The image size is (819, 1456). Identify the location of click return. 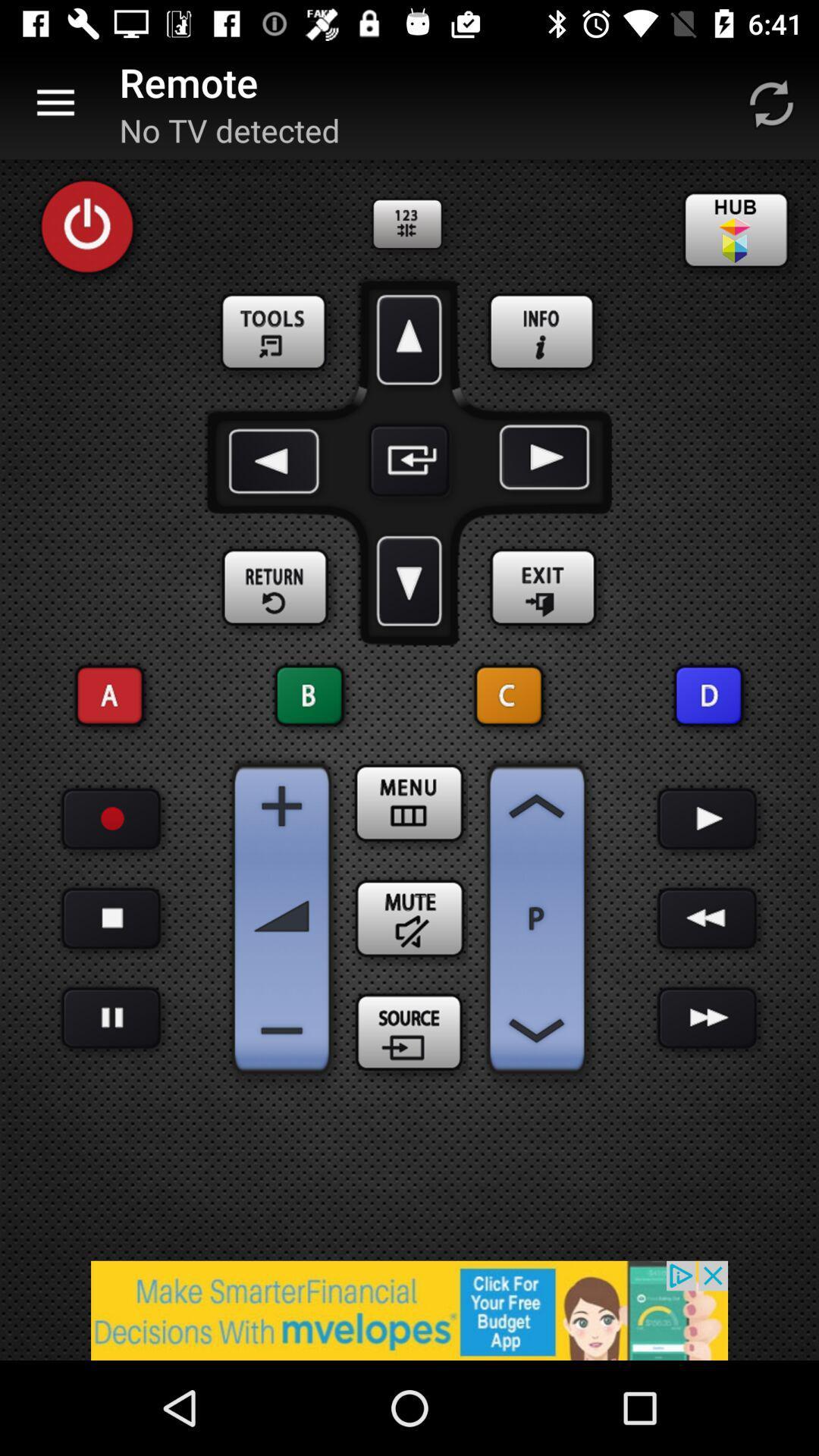
(275, 587).